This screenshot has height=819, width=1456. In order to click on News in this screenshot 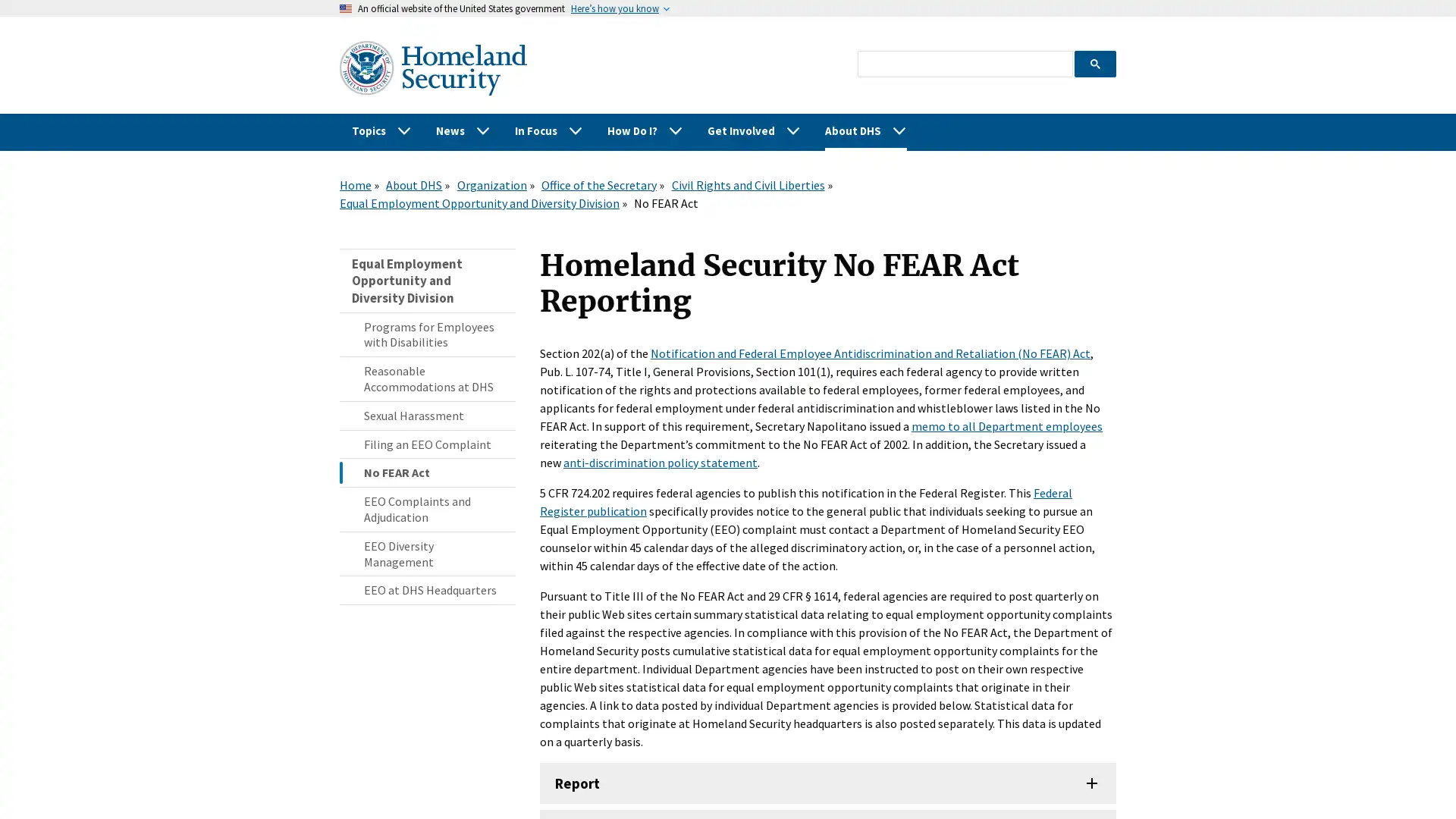, I will do `click(462, 130)`.